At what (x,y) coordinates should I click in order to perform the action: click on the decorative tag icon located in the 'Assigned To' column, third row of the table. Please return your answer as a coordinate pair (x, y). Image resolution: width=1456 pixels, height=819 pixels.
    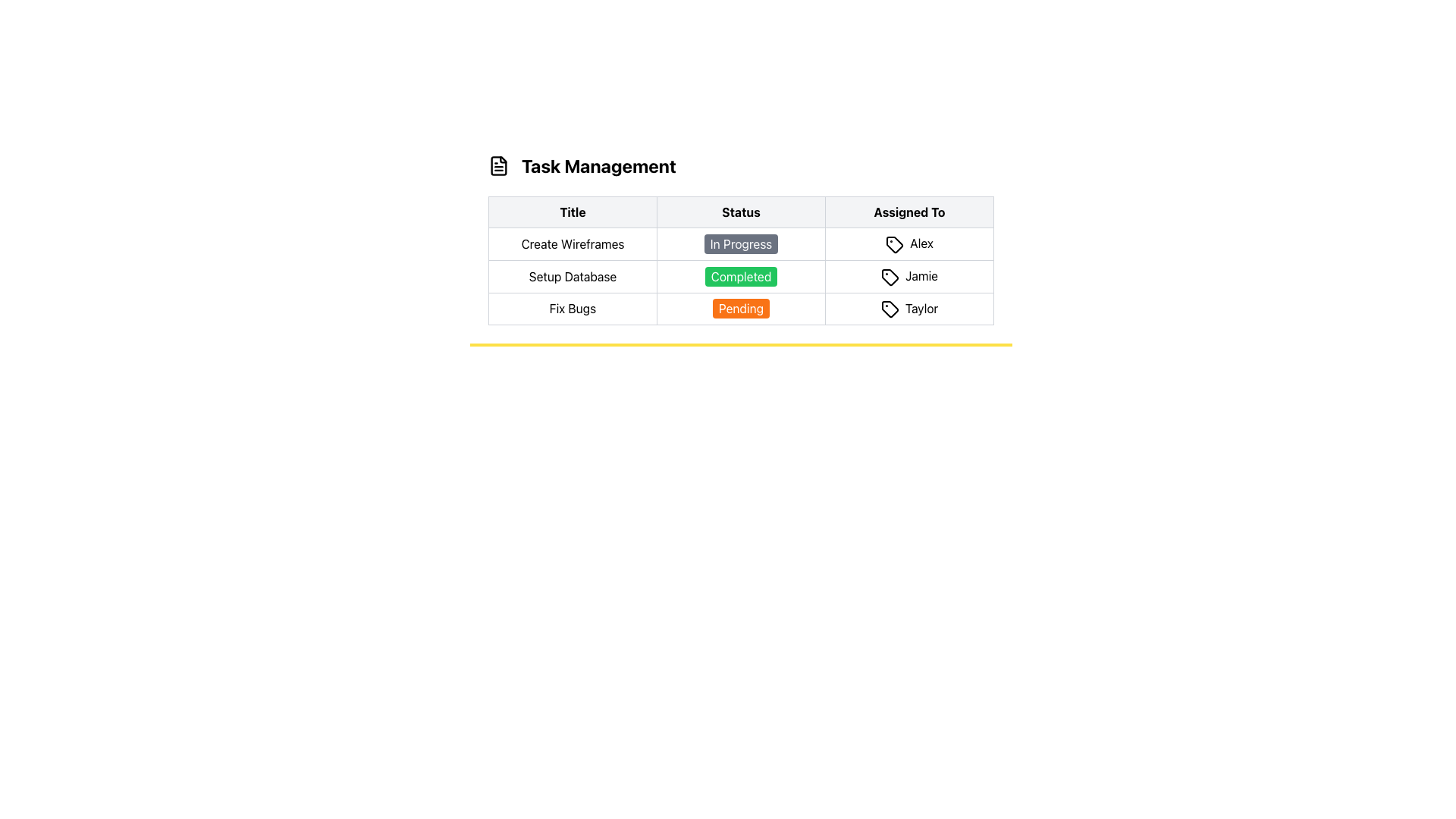
    Looking at the image, I should click on (890, 277).